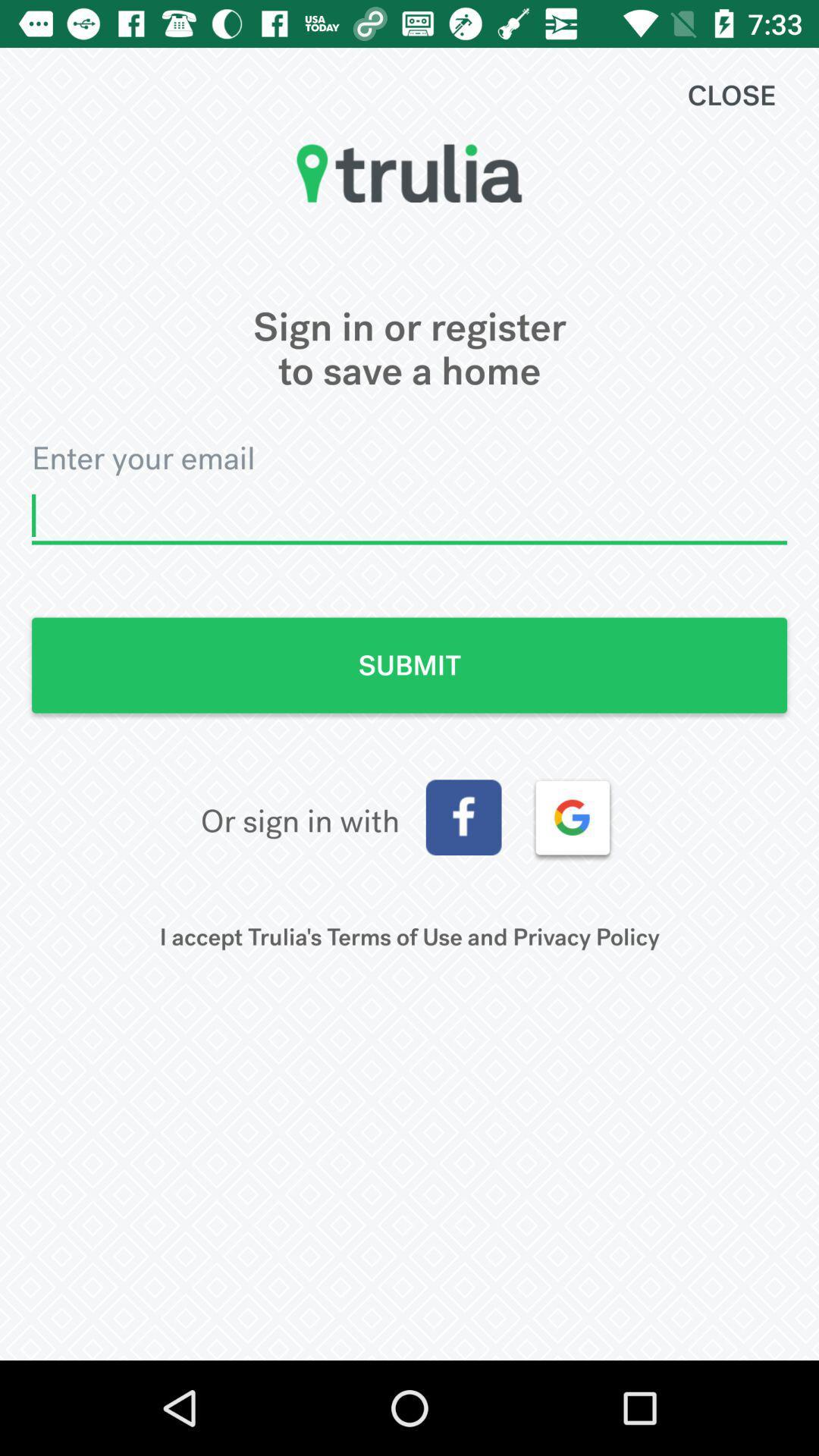  What do you see at coordinates (463, 817) in the screenshot?
I see `open sign in with facebook` at bounding box center [463, 817].